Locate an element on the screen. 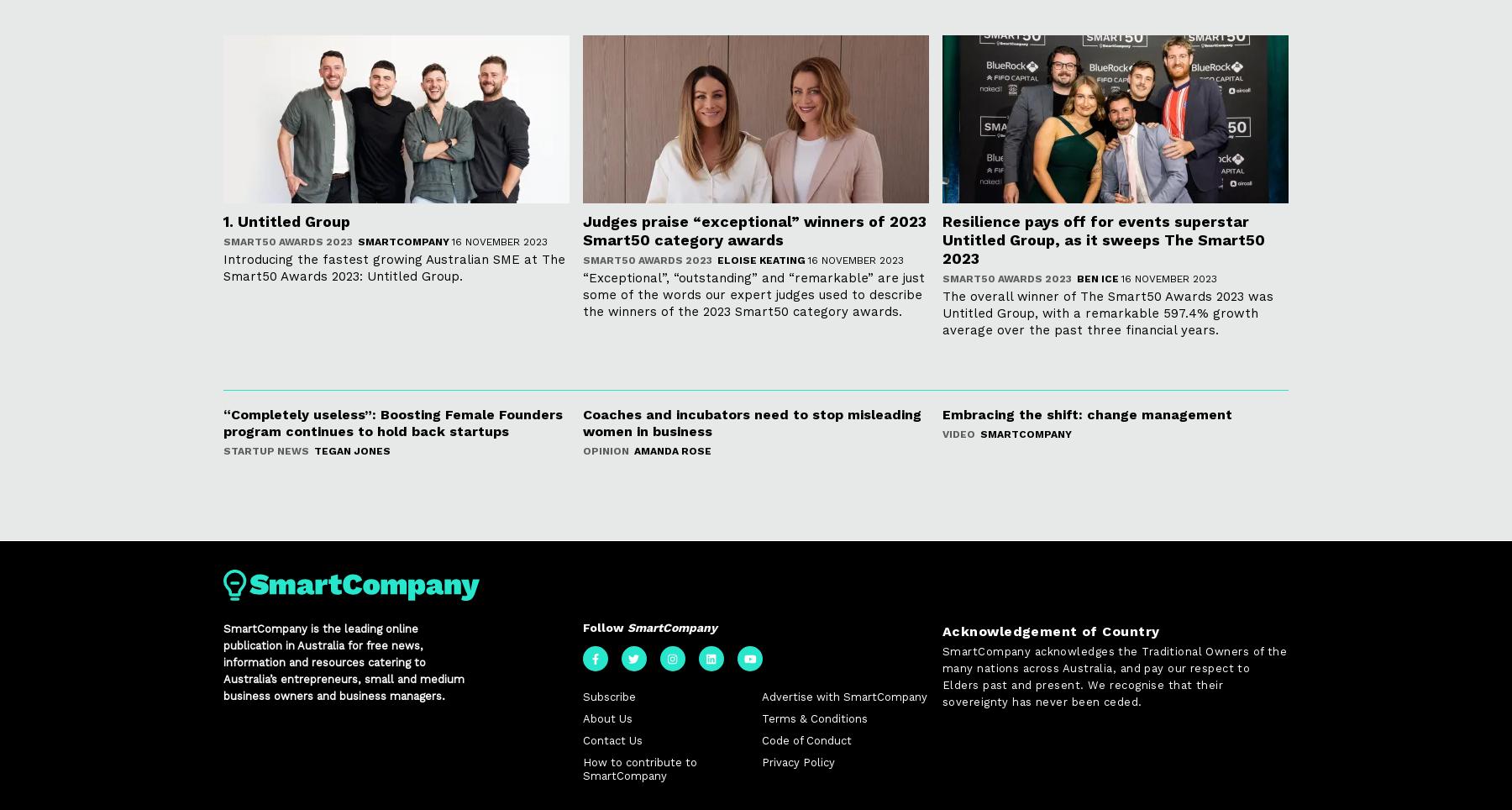 The width and height of the screenshot is (1512, 810). '1. Untitled Group' is located at coordinates (286, 221).